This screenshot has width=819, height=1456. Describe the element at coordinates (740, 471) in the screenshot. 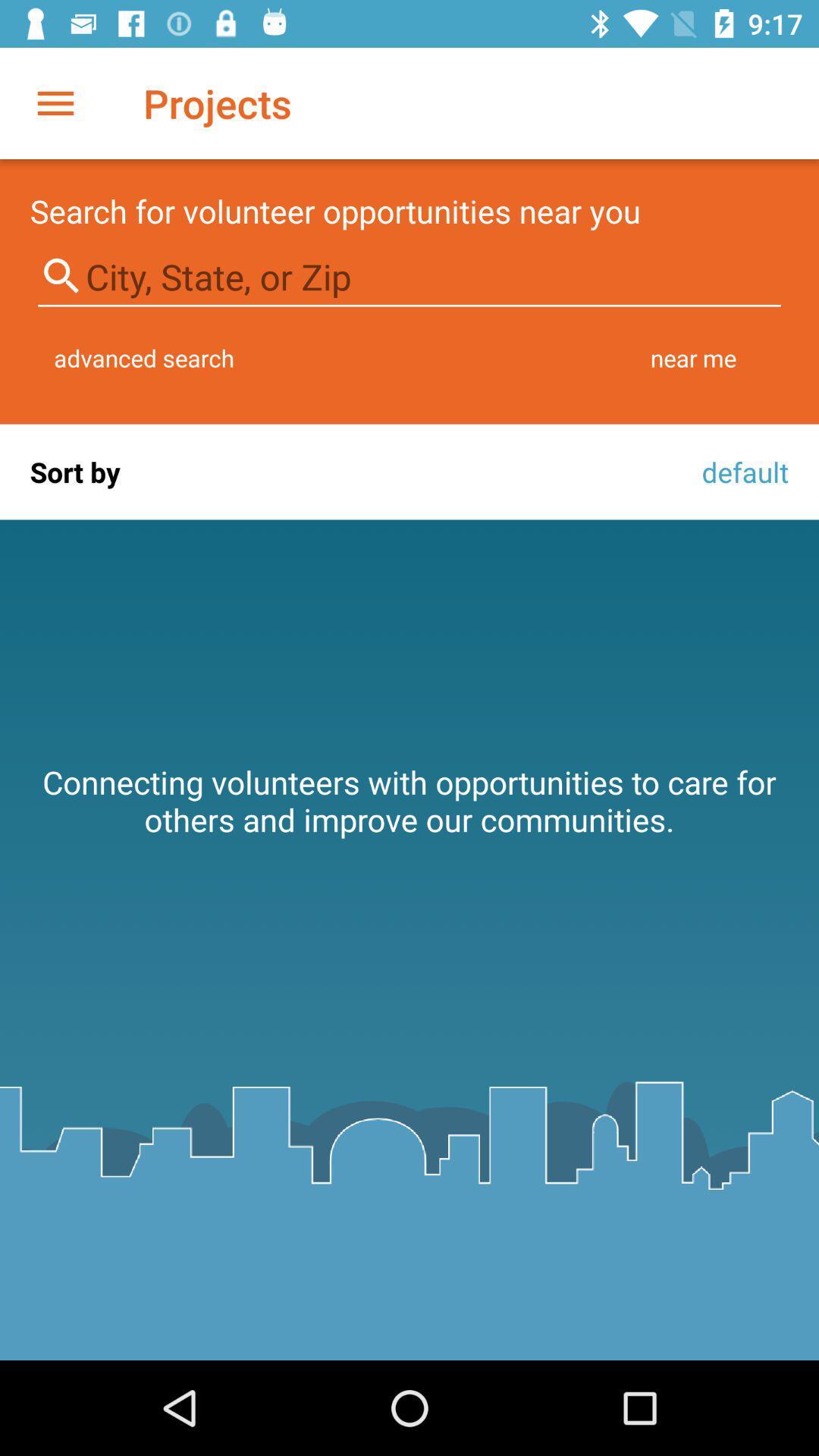

I see `the default icon` at that location.